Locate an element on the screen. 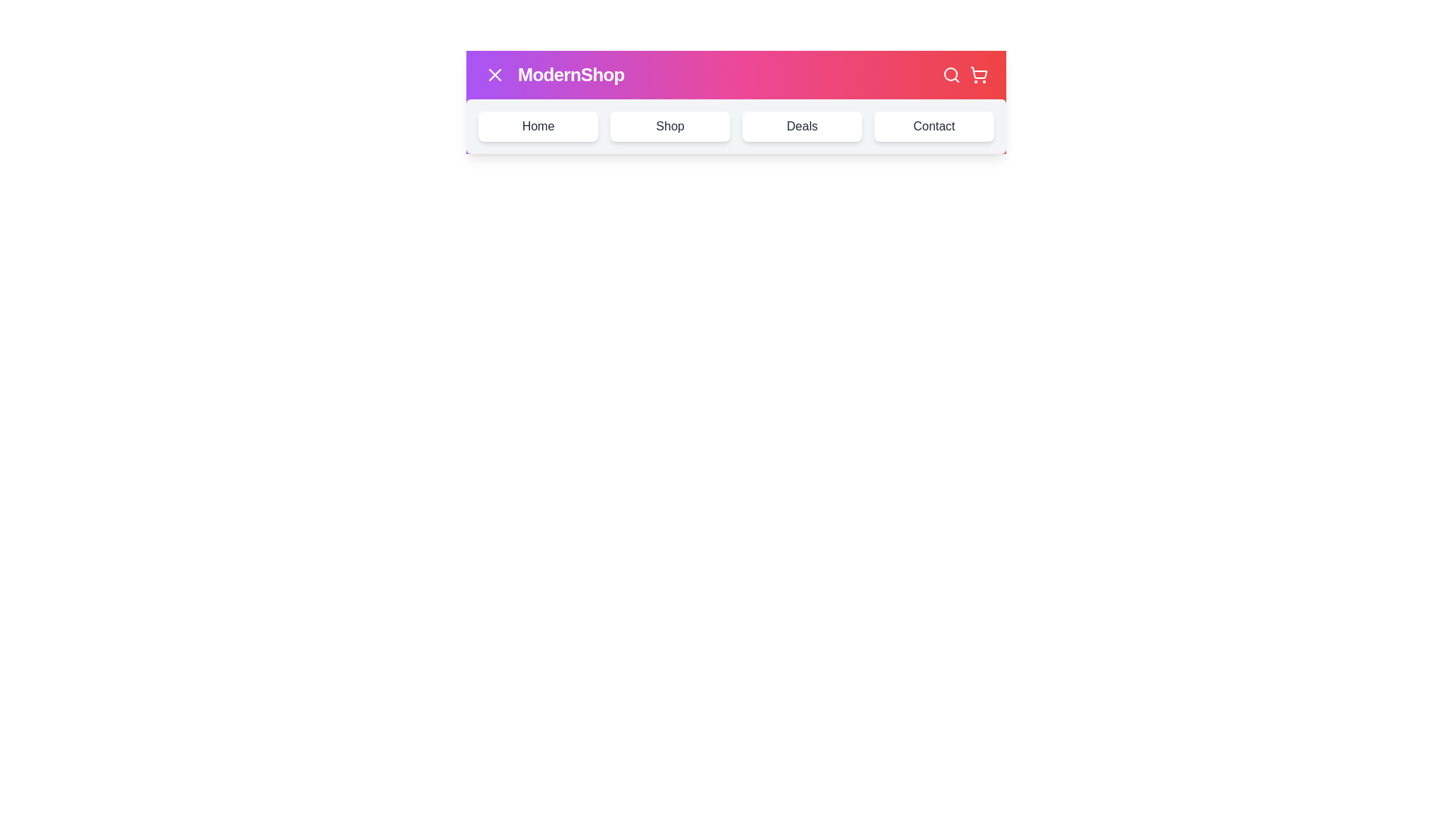 Image resolution: width=1456 pixels, height=819 pixels. the navigation link labeled Contact is located at coordinates (934, 125).